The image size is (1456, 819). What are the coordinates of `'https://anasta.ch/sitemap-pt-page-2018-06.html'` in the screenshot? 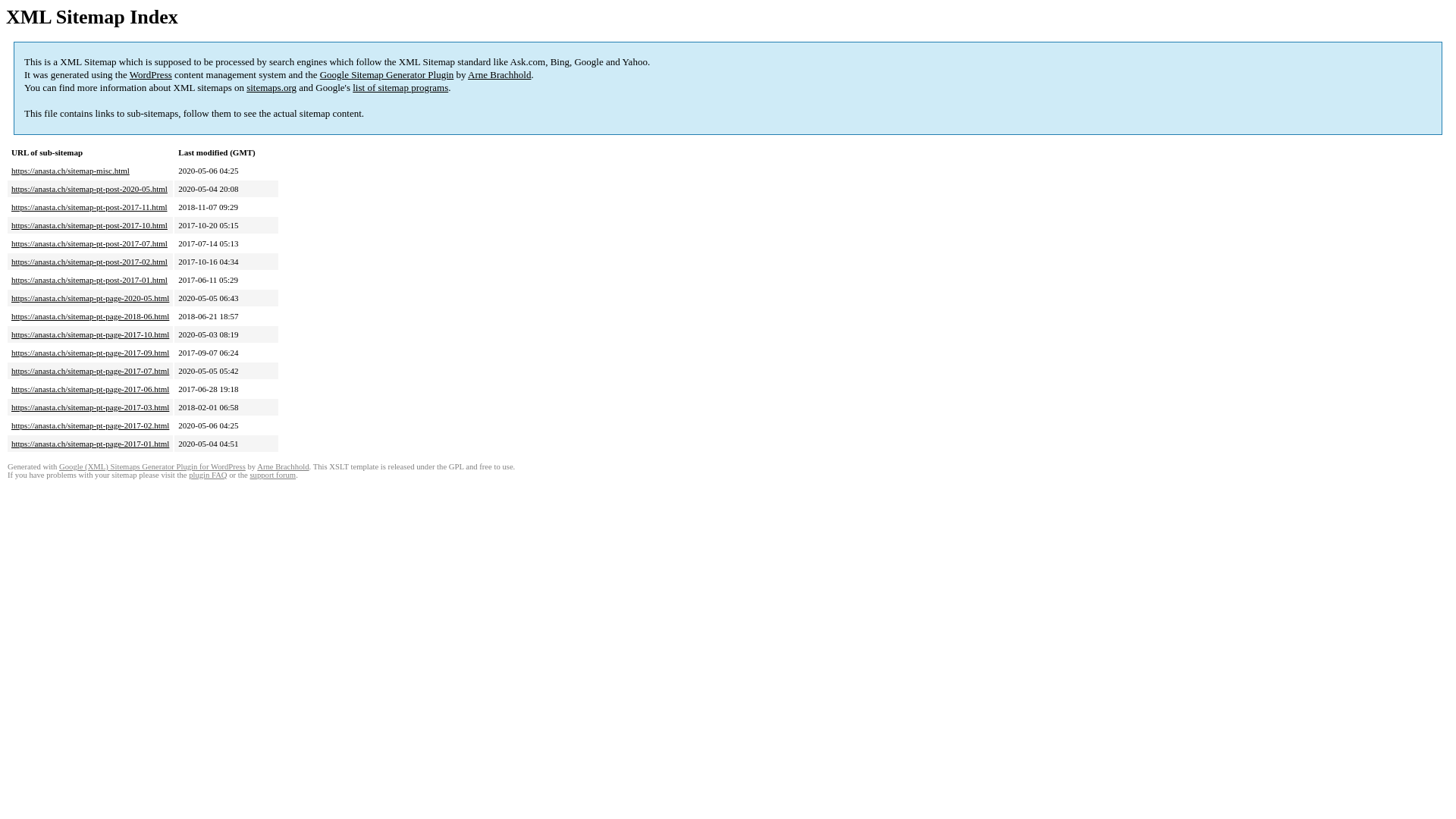 It's located at (11, 315).